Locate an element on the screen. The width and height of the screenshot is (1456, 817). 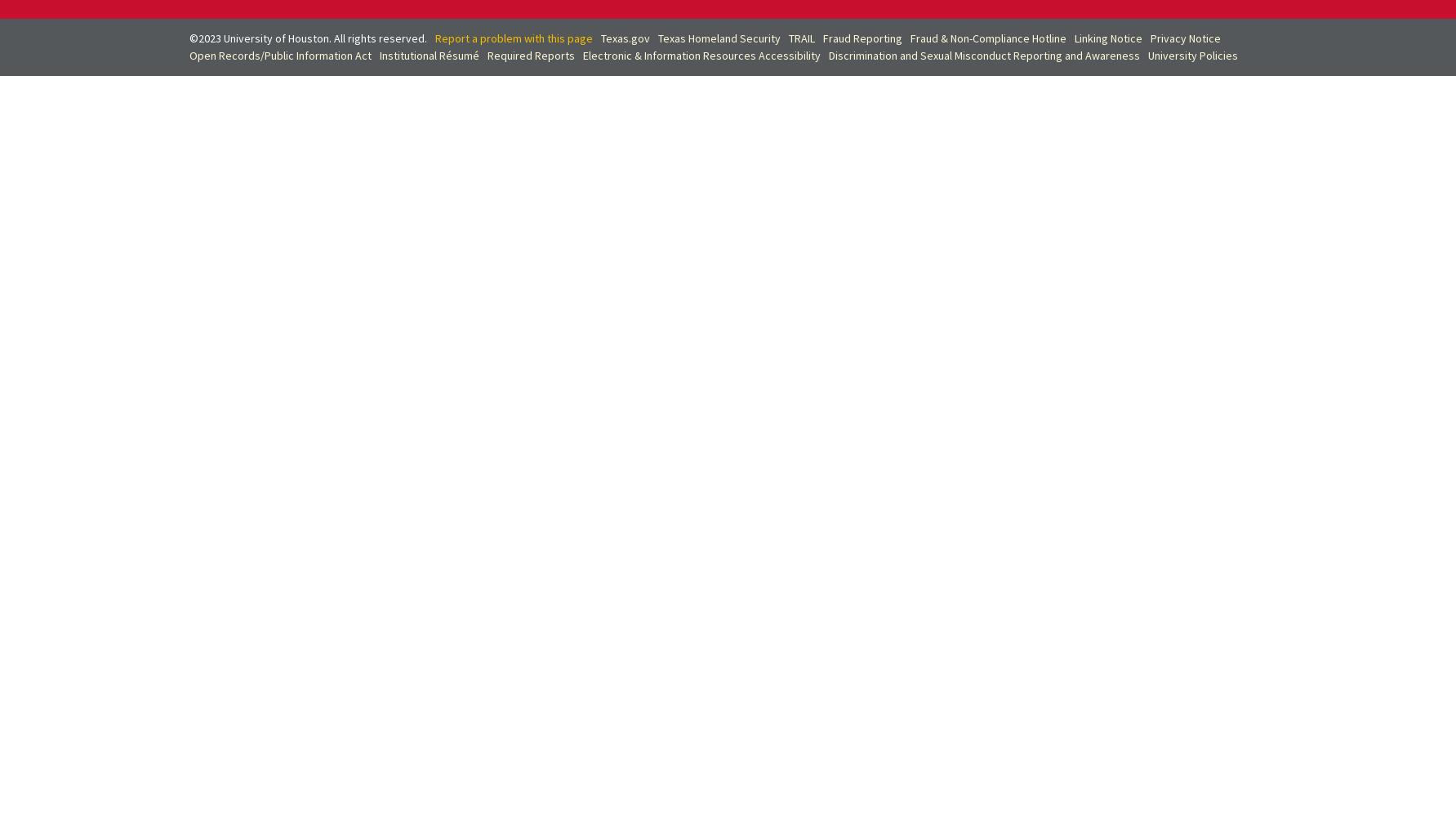
'Linking Notice' is located at coordinates (1072, 38).